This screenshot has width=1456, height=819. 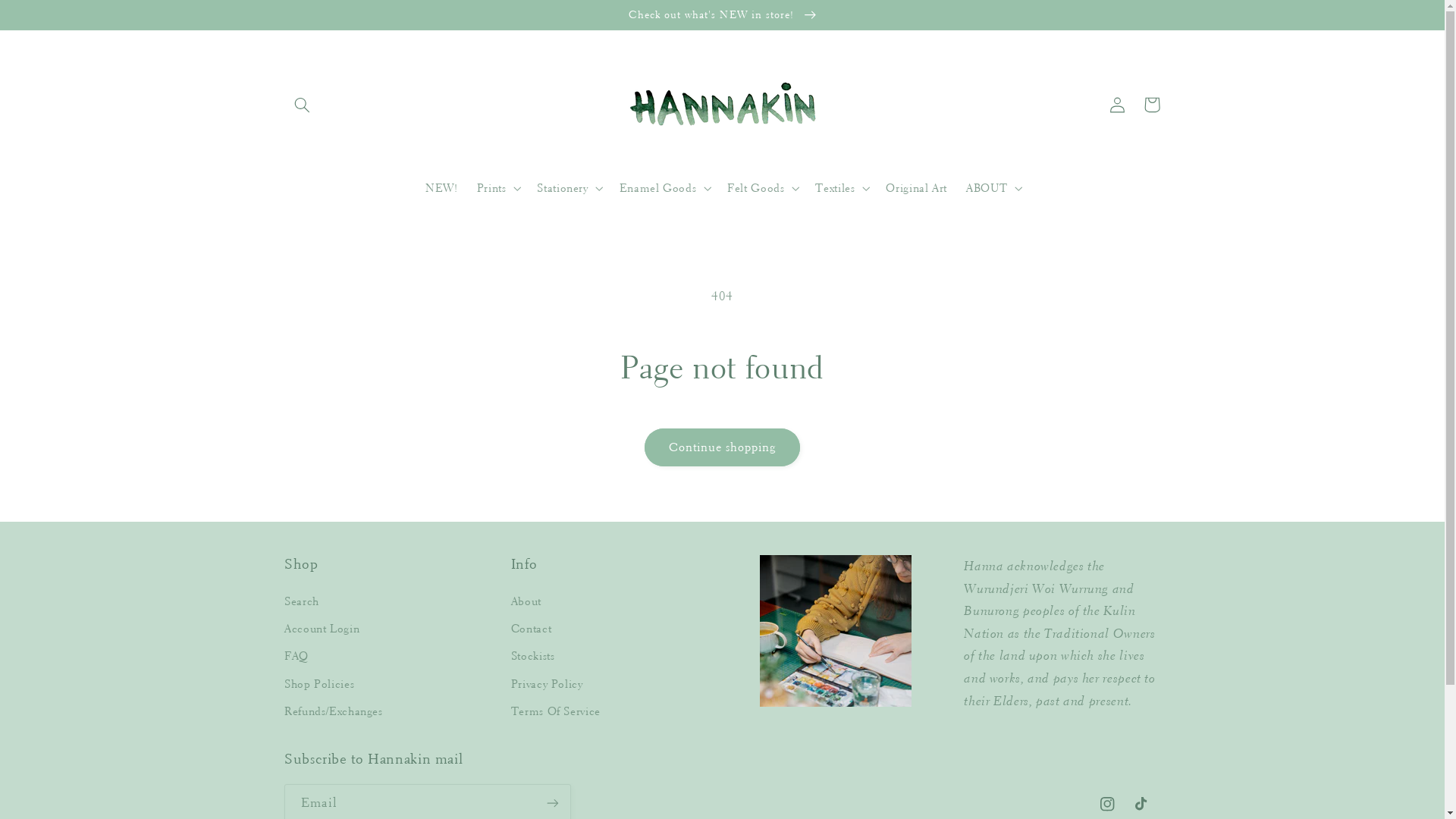 What do you see at coordinates (440, 188) in the screenshot?
I see `'NEW!'` at bounding box center [440, 188].